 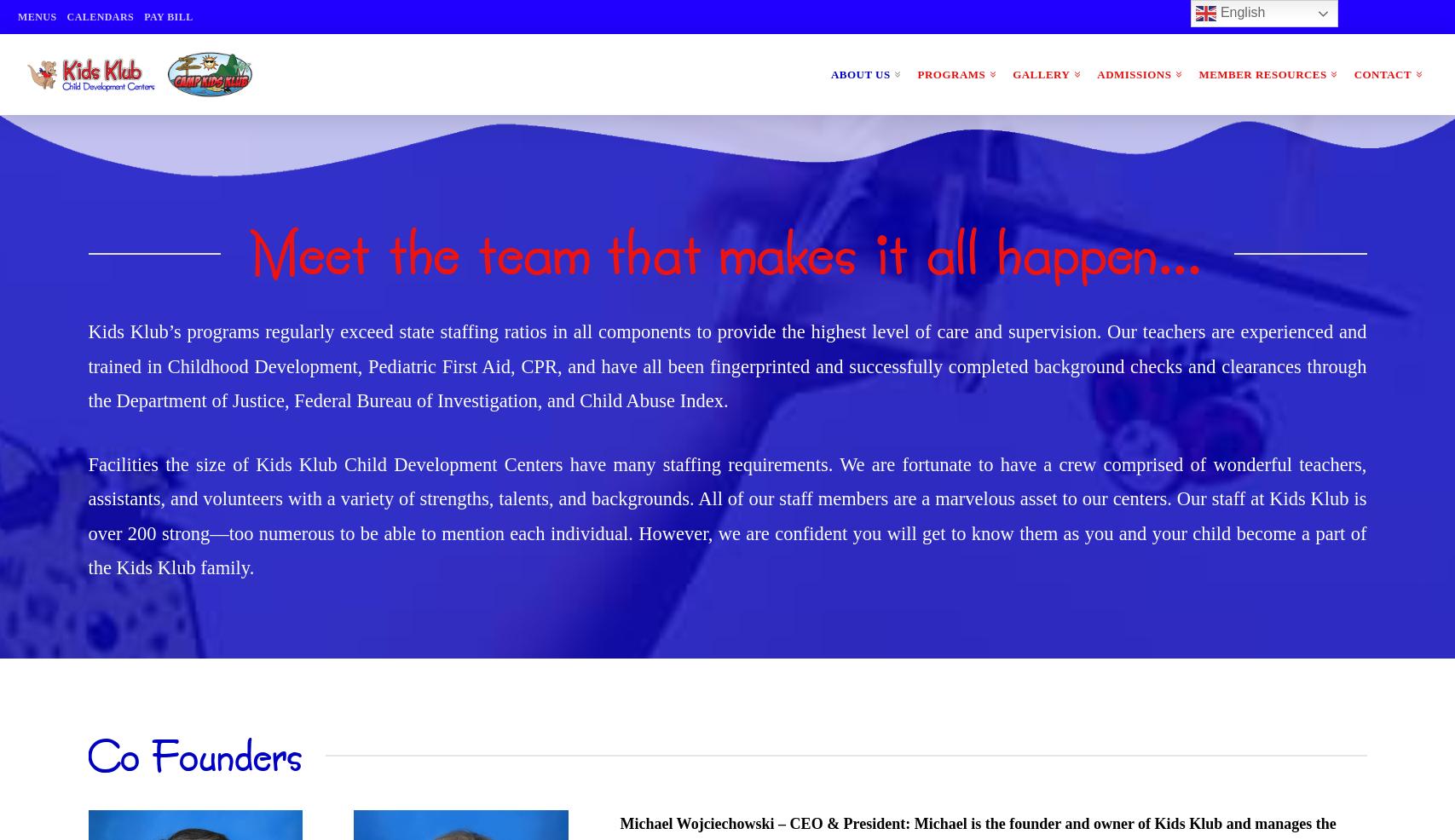 What do you see at coordinates (1017, 383) in the screenshot?
I see `'Extracurricular Classes'` at bounding box center [1017, 383].